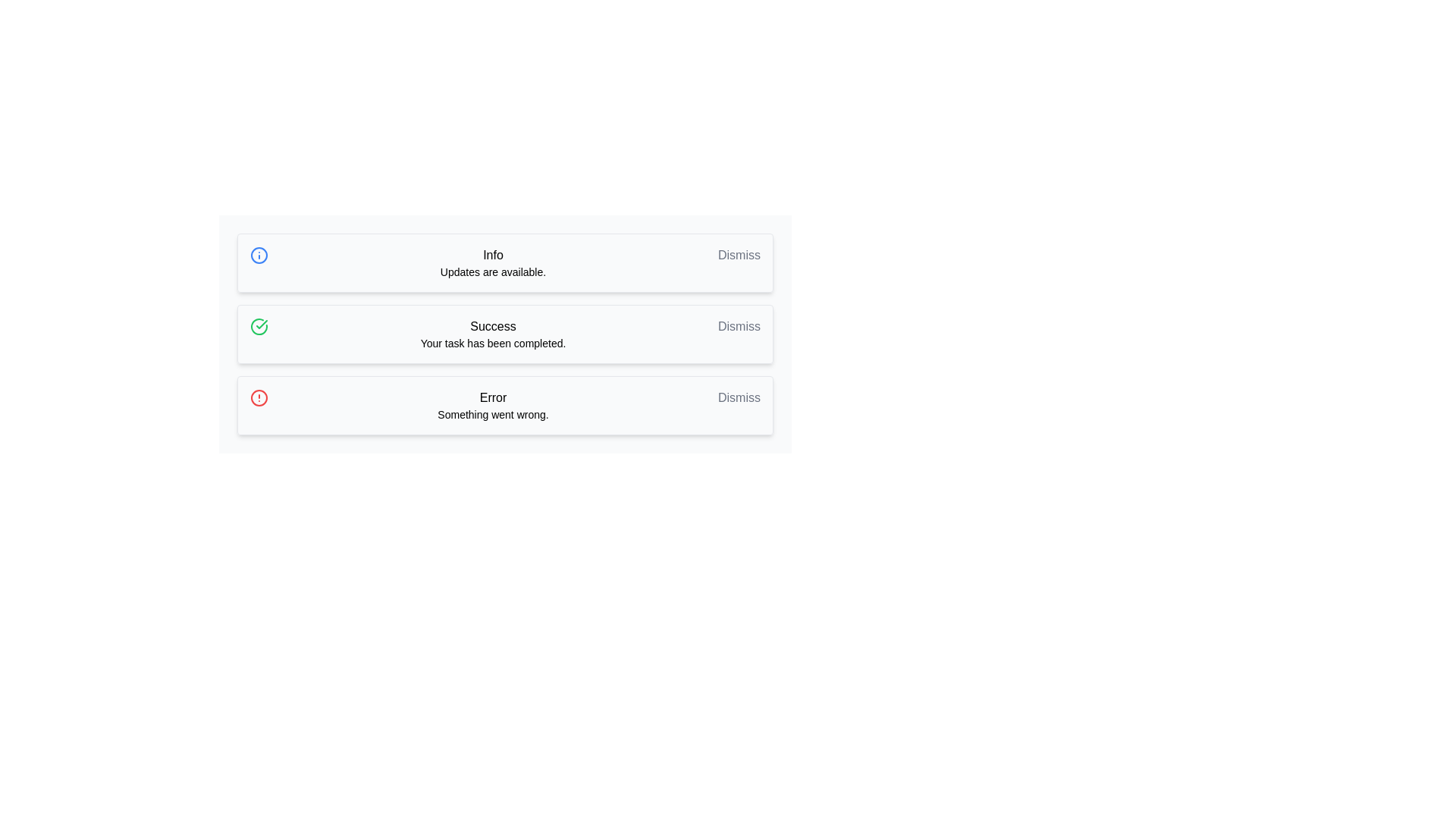 The image size is (1456, 819). I want to click on the circular green icon with a white checkmark that indicates a successful state, located on the left side of the 'Success Your task has been completed.' notification box, so click(259, 326).